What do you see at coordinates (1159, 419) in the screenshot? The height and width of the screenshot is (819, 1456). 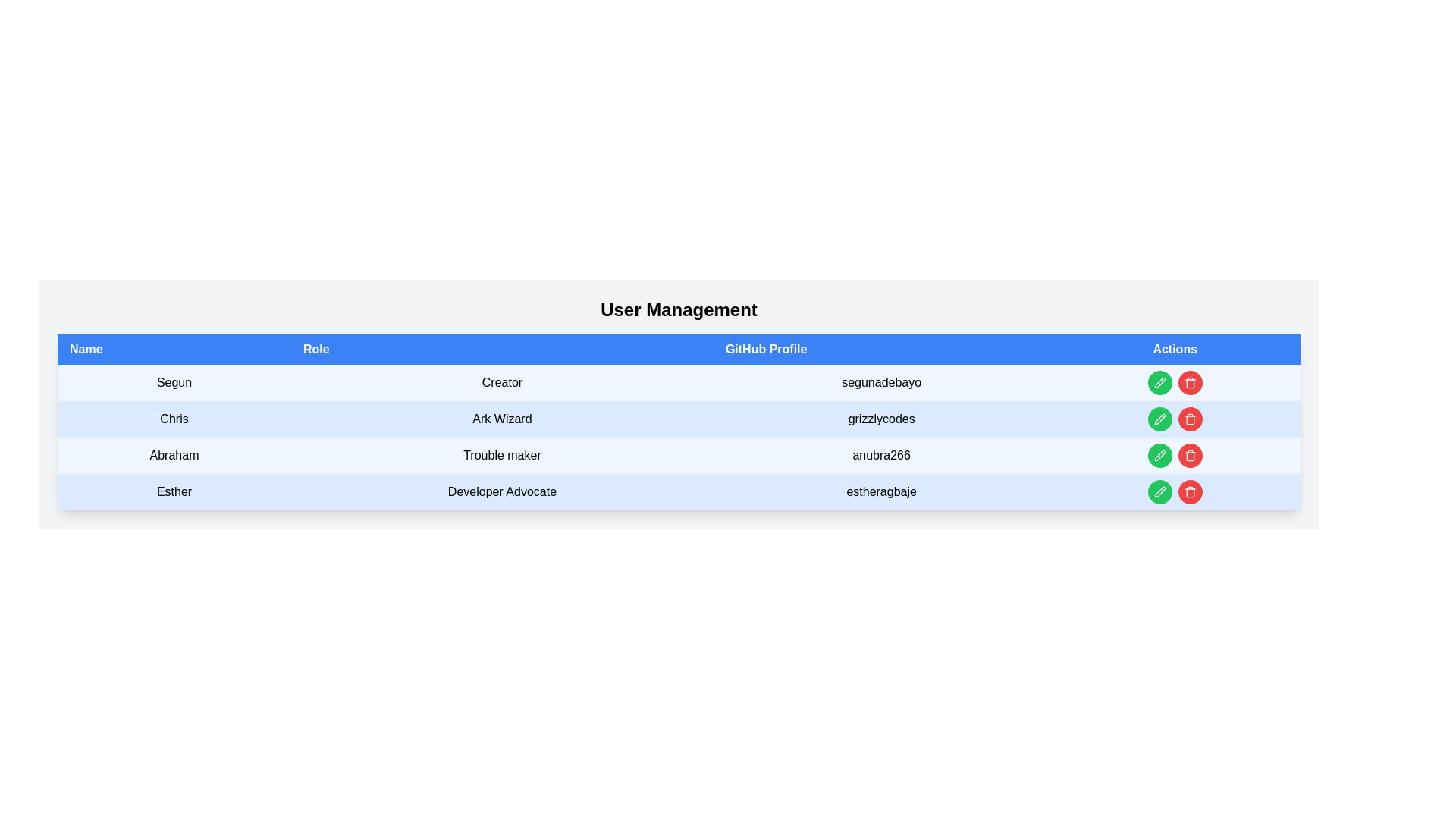 I see `the edit button located in the 'Actions' column of the third row, adjacent to the red delete button, to modify the information for 'Chris - Ark Wizard'` at bounding box center [1159, 419].